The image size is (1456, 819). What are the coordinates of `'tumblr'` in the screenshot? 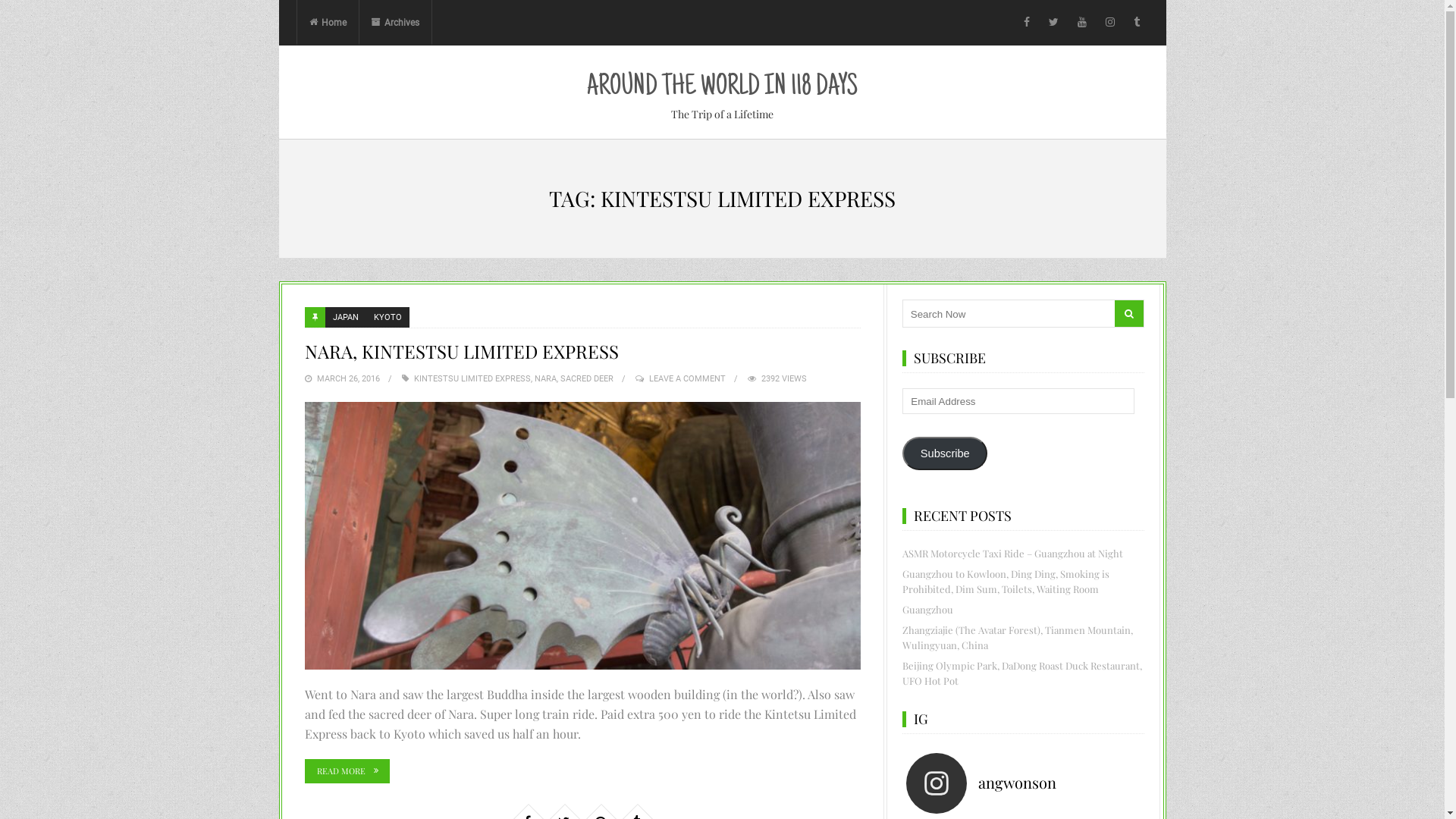 It's located at (1136, 23).